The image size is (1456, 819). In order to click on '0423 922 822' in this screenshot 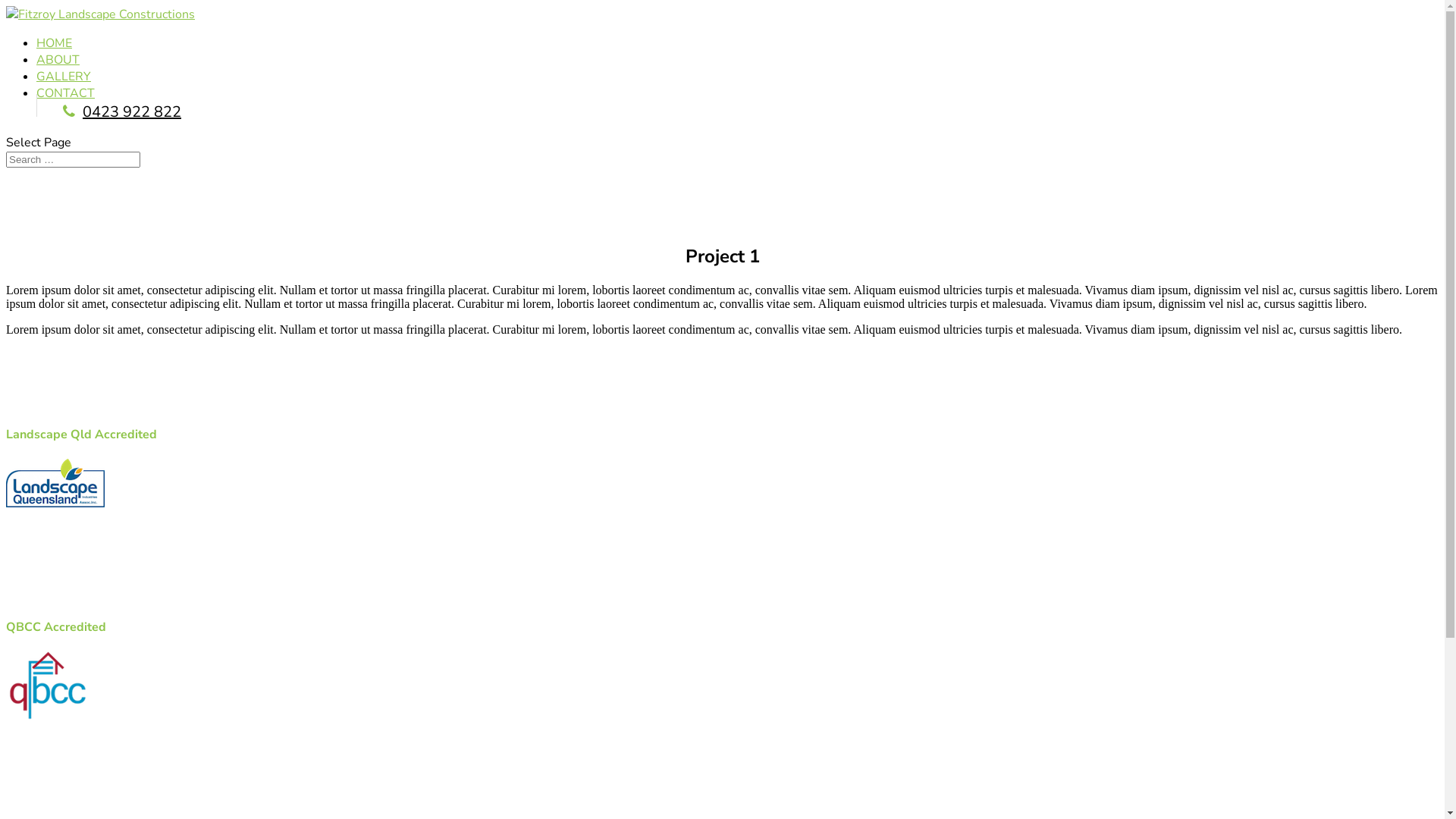, I will do `click(61, 111)`.